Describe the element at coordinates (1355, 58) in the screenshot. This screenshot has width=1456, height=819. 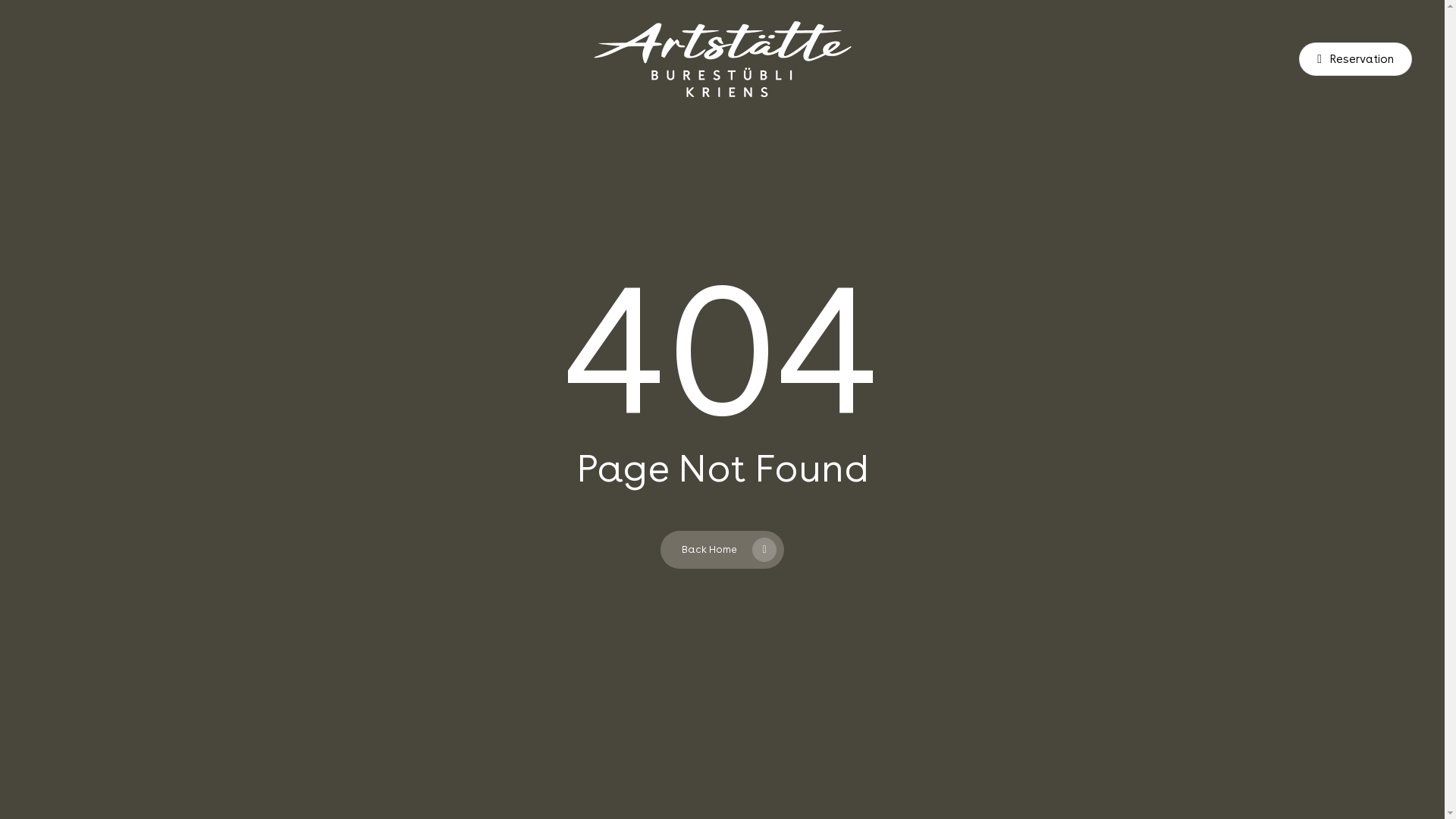
I see `'Reservation'` at that location.